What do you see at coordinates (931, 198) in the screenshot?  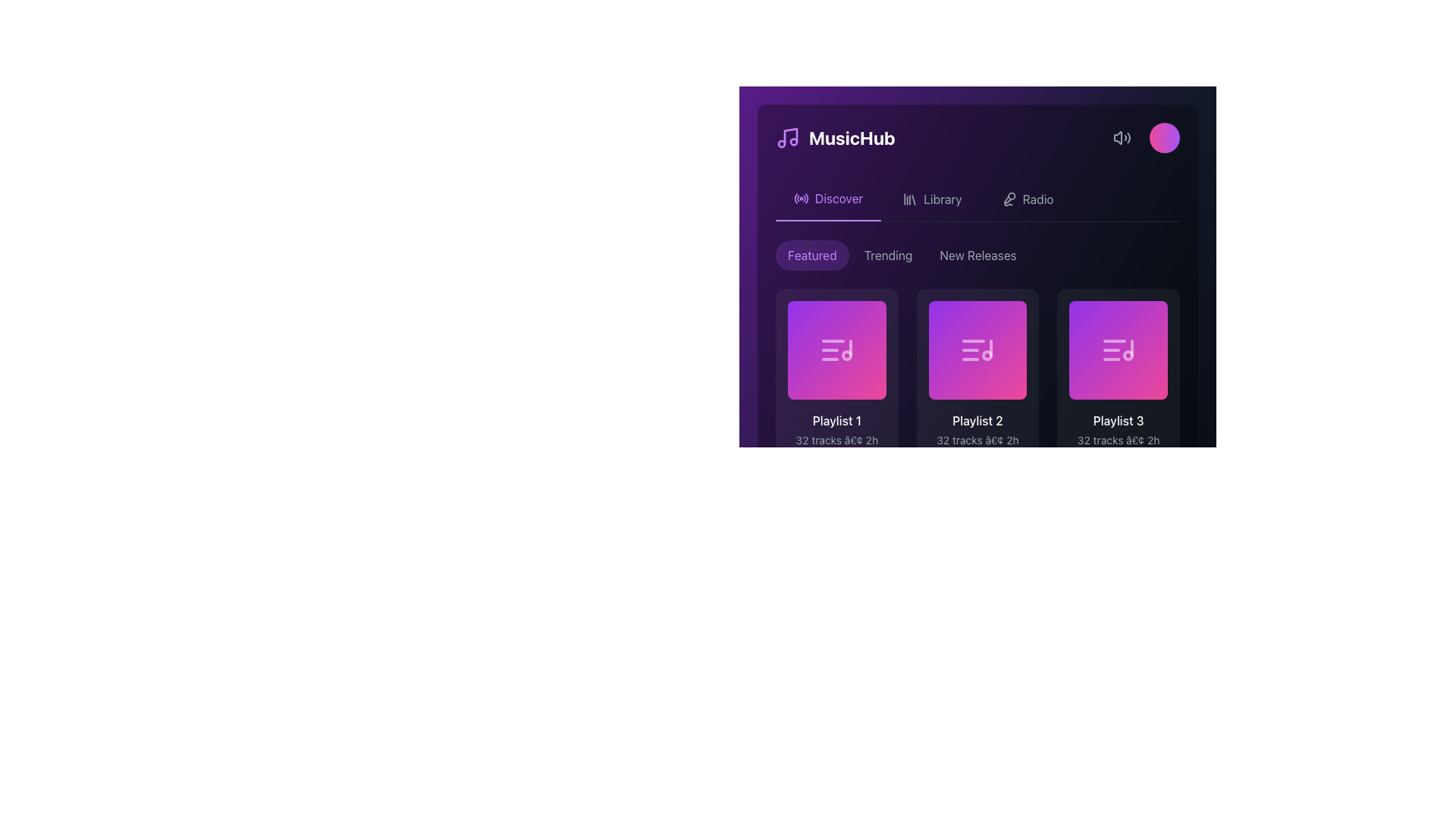 I see `the 'Library' menu item, which is the second option in the horizontal navigation menu and has an icon resembling a library stack followed by the label 'Library'` at bounding box center [931, 198].